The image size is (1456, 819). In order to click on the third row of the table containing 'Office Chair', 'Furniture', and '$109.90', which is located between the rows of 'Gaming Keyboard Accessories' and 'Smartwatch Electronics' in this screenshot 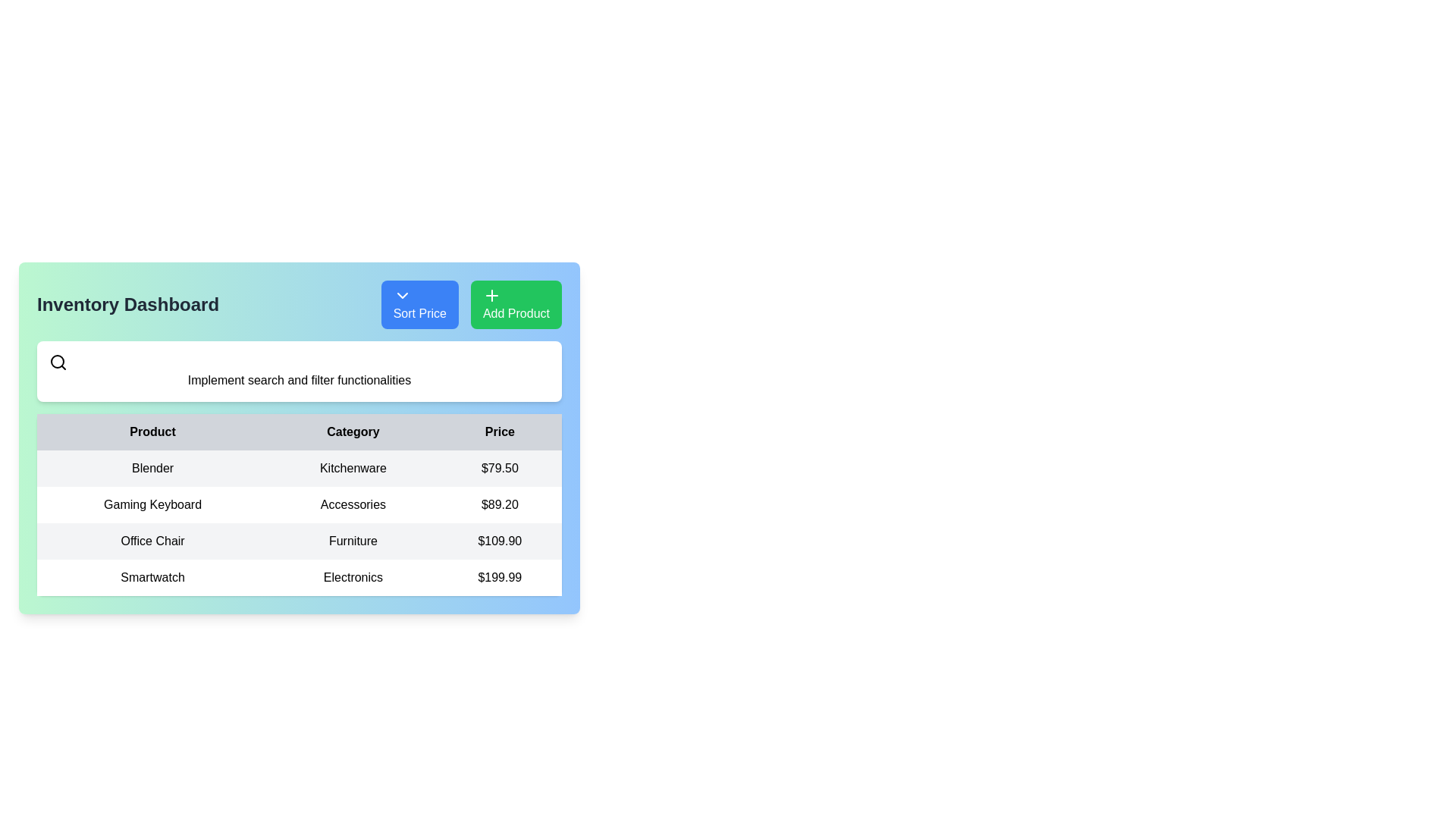, I will do `click(299, 540)`.